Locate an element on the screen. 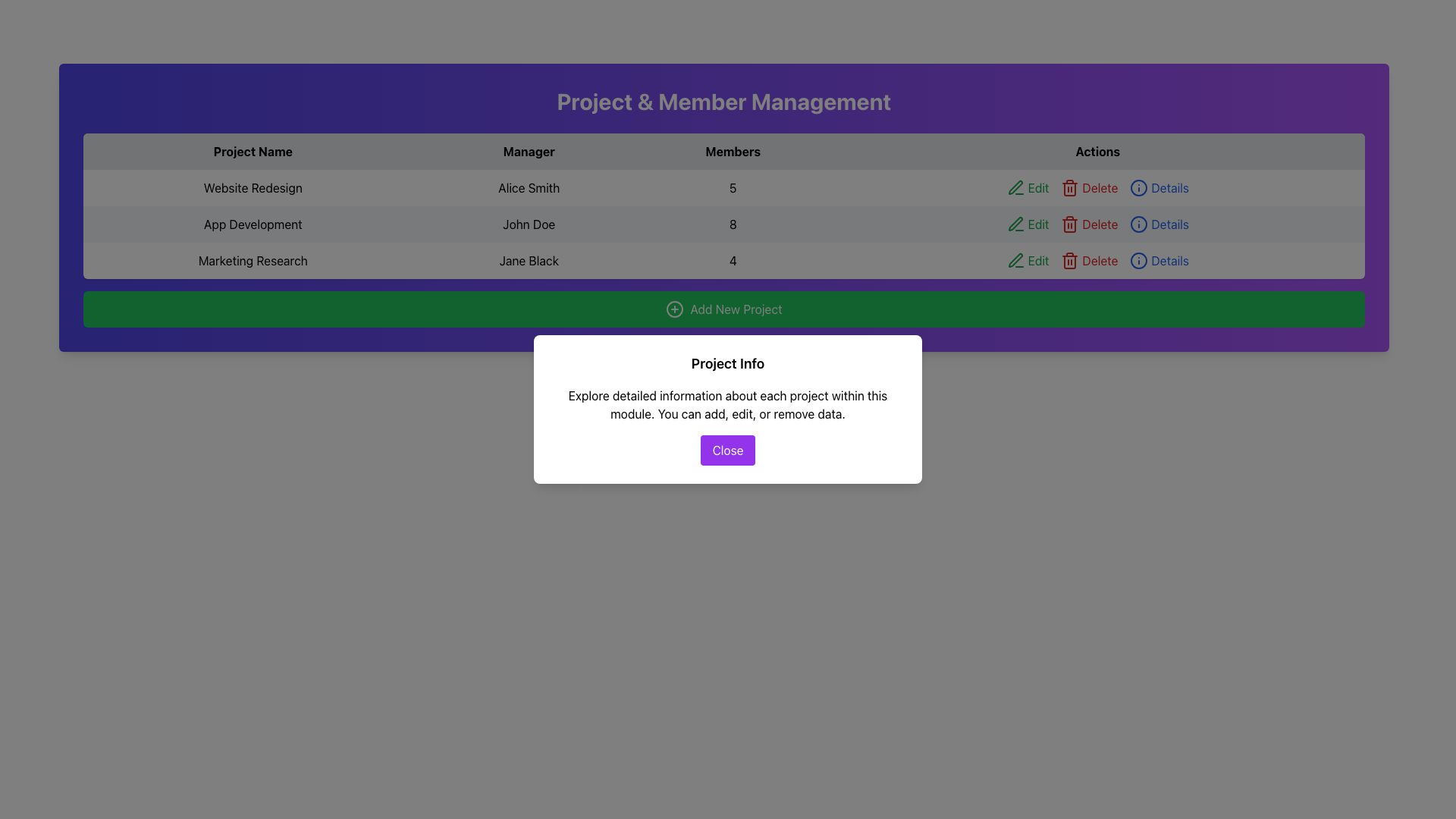  information displayed in the informational modal dialog that is centered within the viewport is located at coordinates (728, 409).